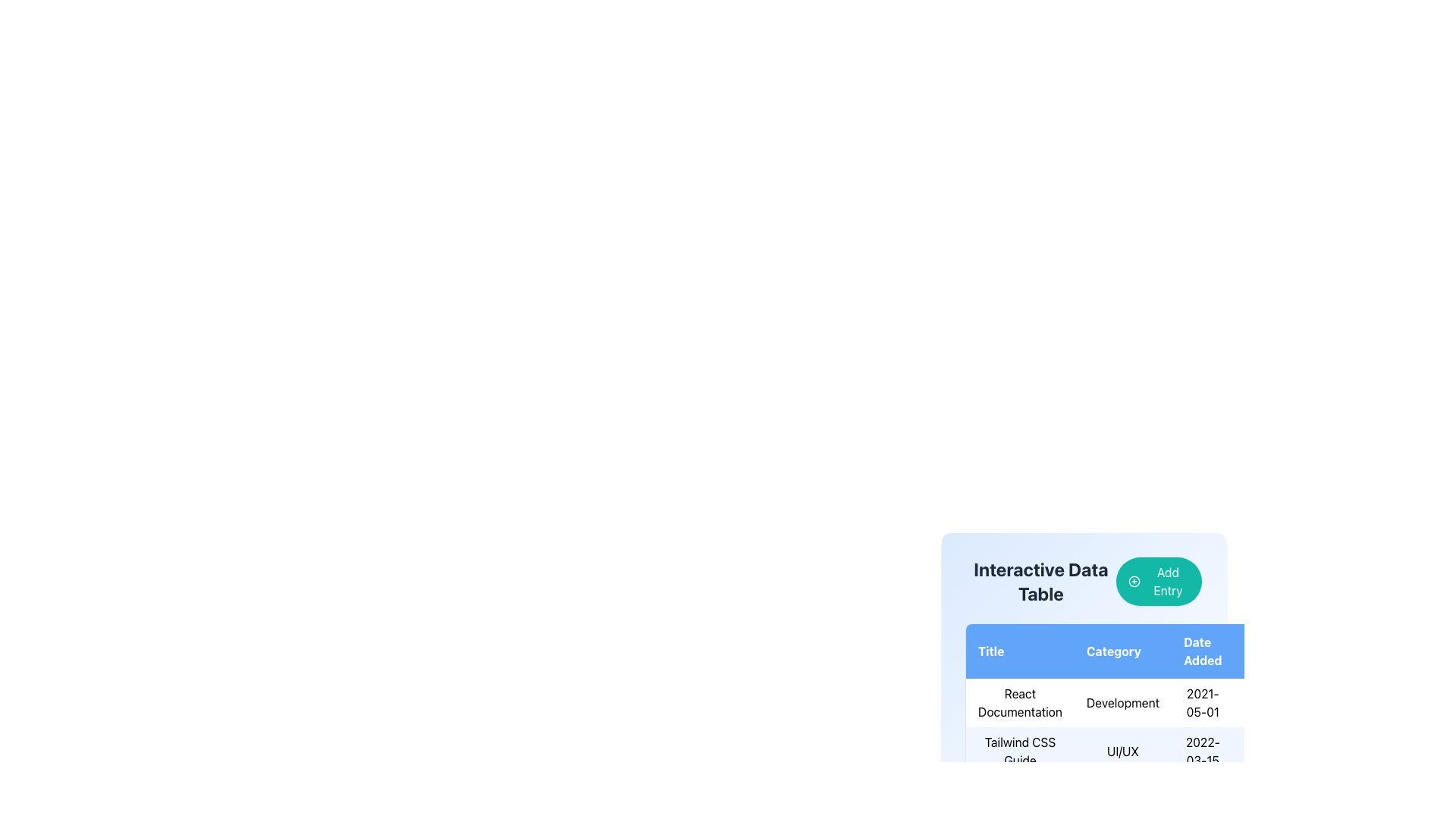 The height and width of the screenshot is (819, 1456). I want to click on the first table cell in the row under the 'Title' header, which contains descriptive information about a guide for Tailwind CSS, so click(1020, 752).